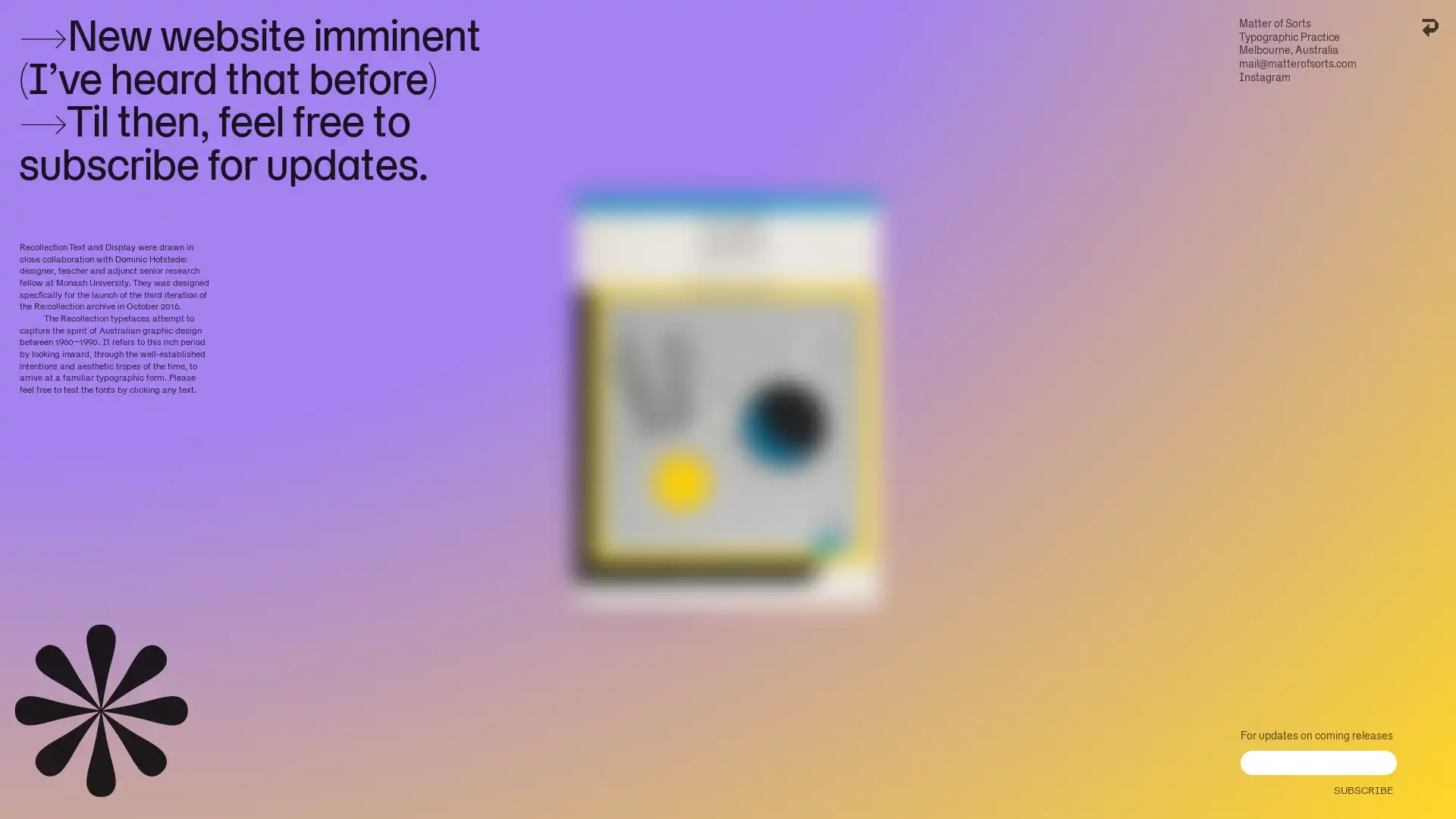 The height and width of the screenshot is (819, 1456). What do you see at coordinates (1361, 786) in the screenshot?
I see `Subscribe` at bounding box center [1361, 786].